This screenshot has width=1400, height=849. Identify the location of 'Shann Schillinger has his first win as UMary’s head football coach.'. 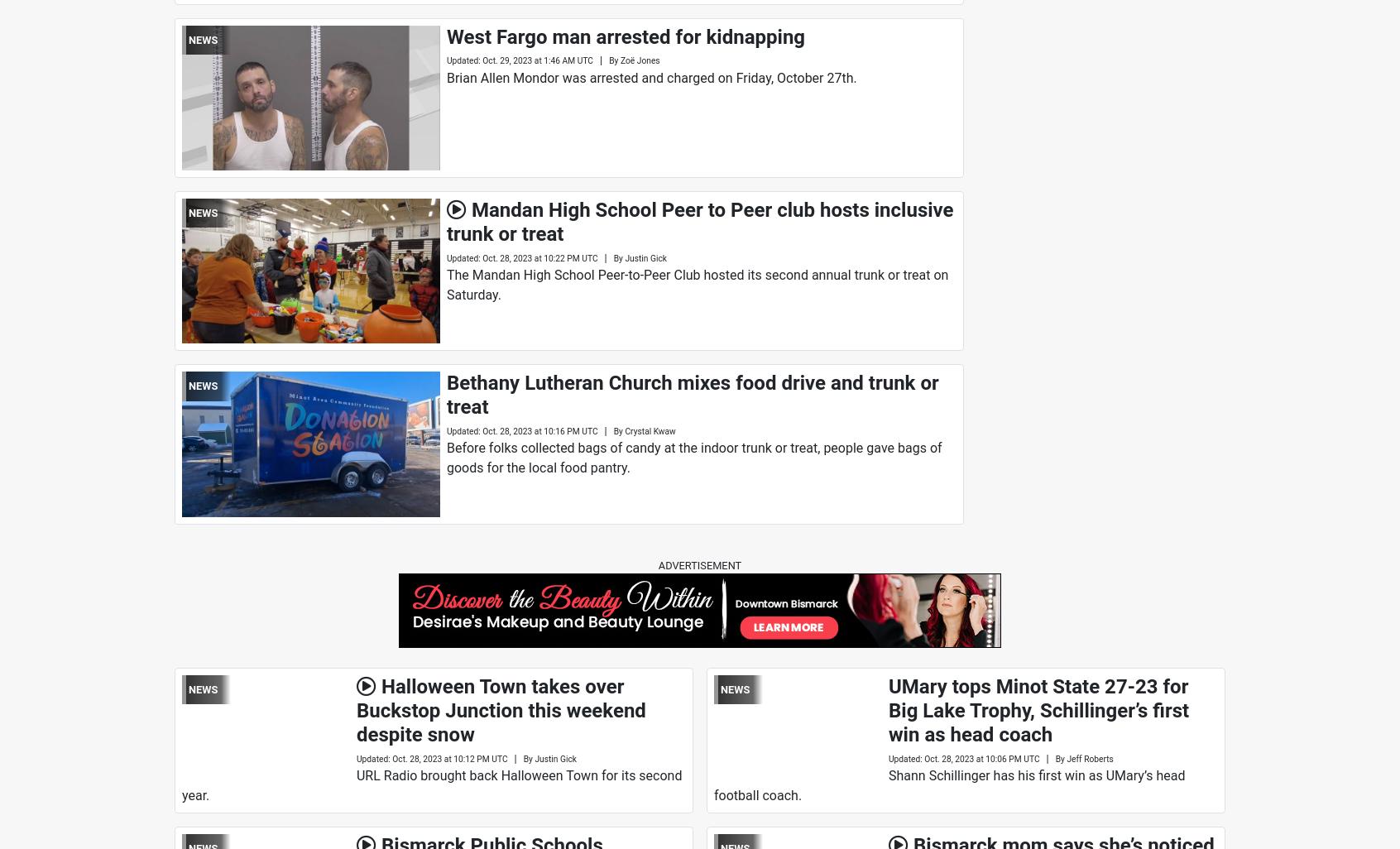
(948, 784).